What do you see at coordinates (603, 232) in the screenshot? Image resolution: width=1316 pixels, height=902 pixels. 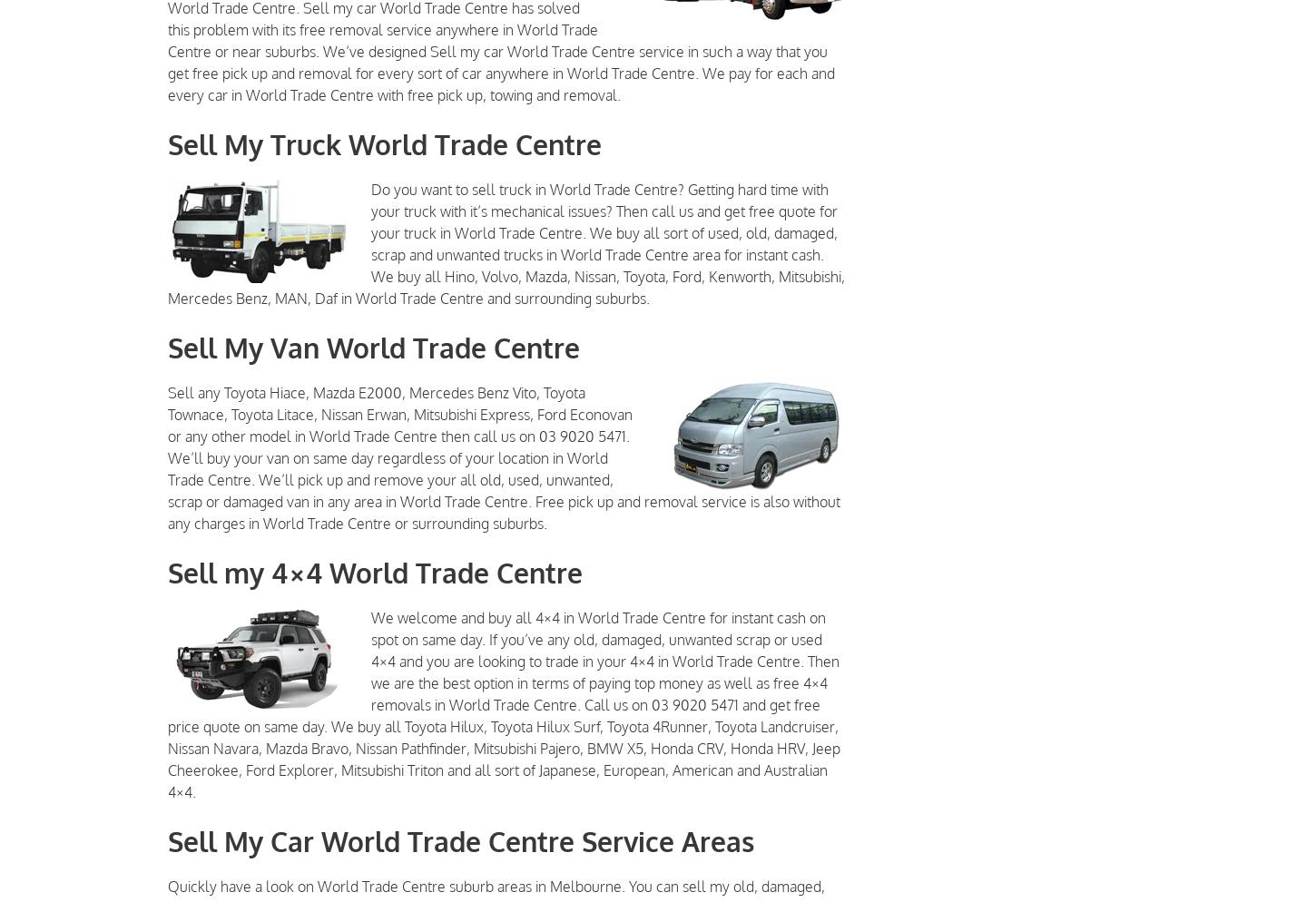 I see `'Do you want to sell truck in World Trade Centre? Getting hard time with your truck with it’s mechanical issues? Then call us and get free quote for your truck in World Trade Centre. We buy all sort of used, old, damaged, scrap and unwanted trucks in World Trade Centre area for instant cash. We buy all Hino, Volvo,'` at bounding box center [603, 232].